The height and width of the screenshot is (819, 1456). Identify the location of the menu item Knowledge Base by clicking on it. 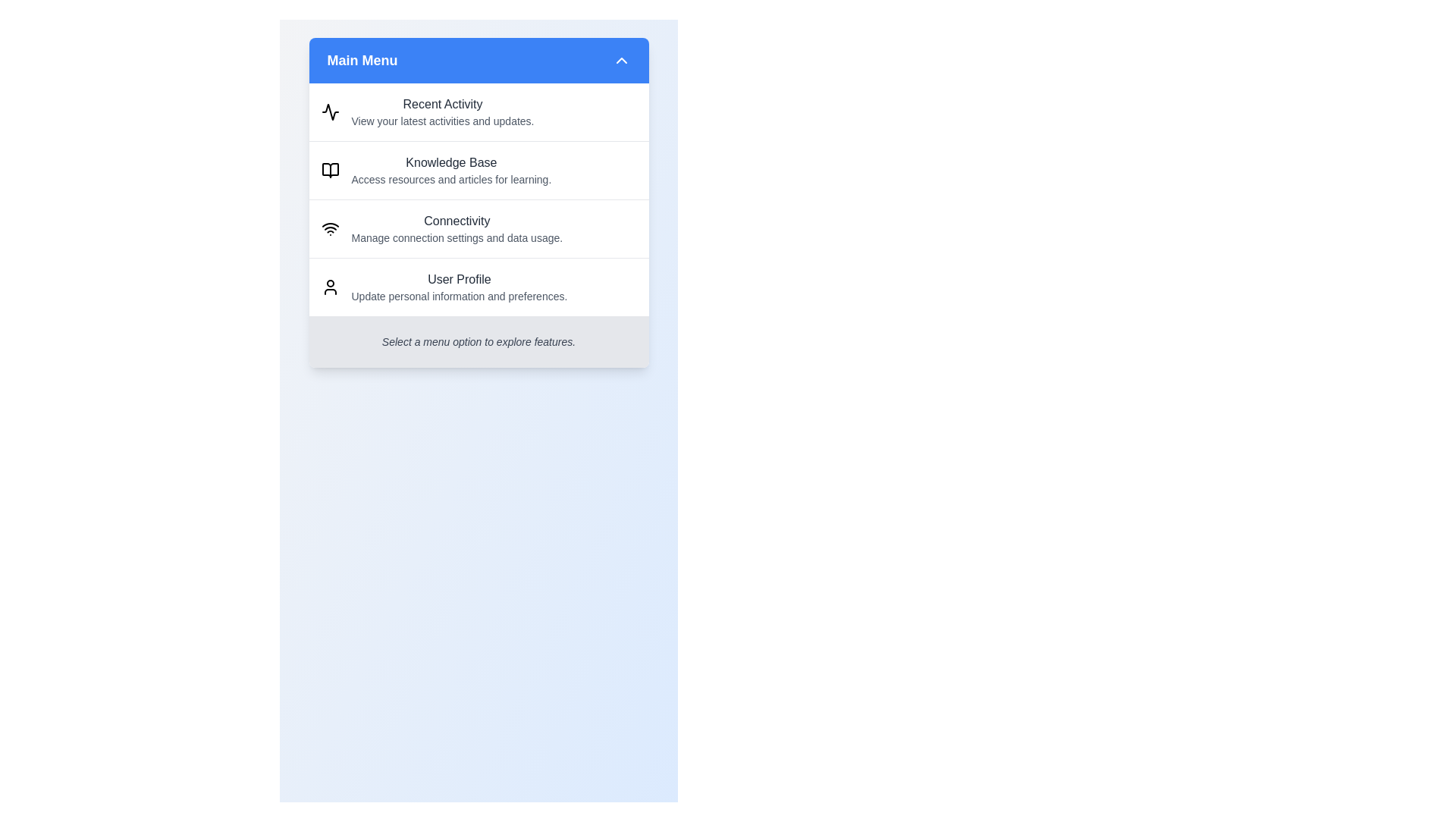
(478, 170).